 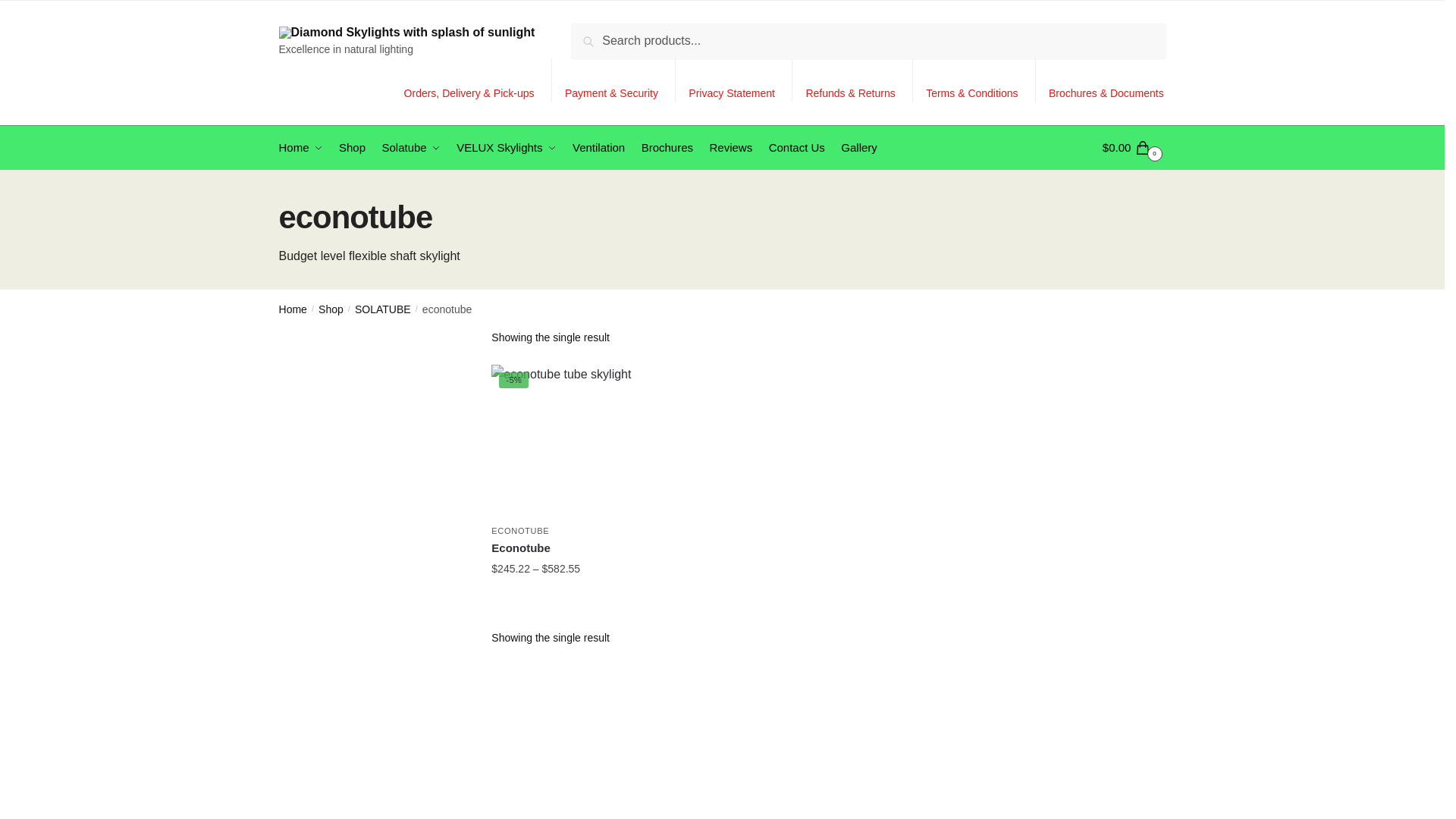 What do you see at coordinates (730, 148) in the screenshot?
I see `'Reviews'` at bounding box center [730, 148].